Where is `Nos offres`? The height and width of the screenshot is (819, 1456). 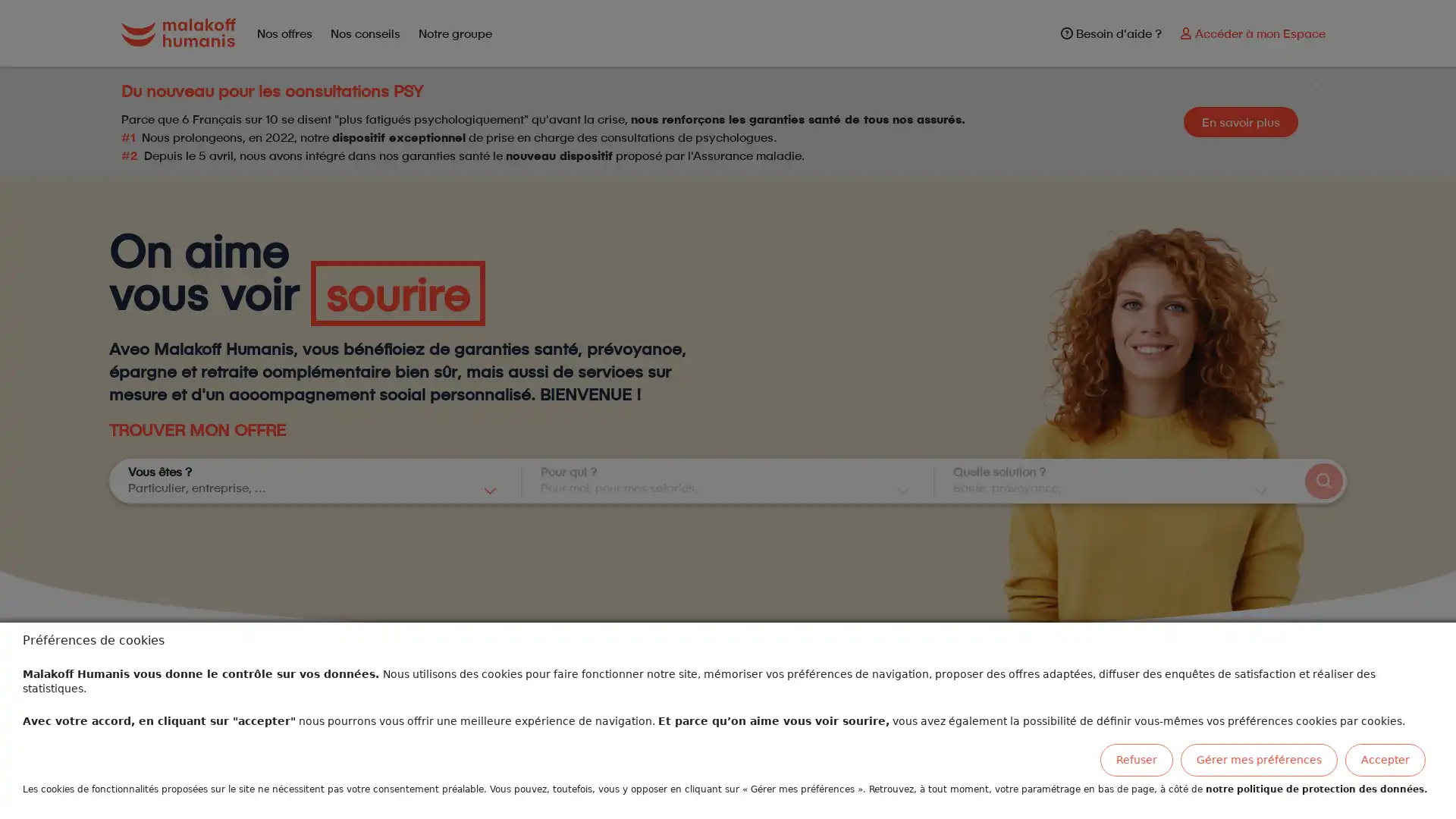
Nos offres is located at coordinates (284, 33).